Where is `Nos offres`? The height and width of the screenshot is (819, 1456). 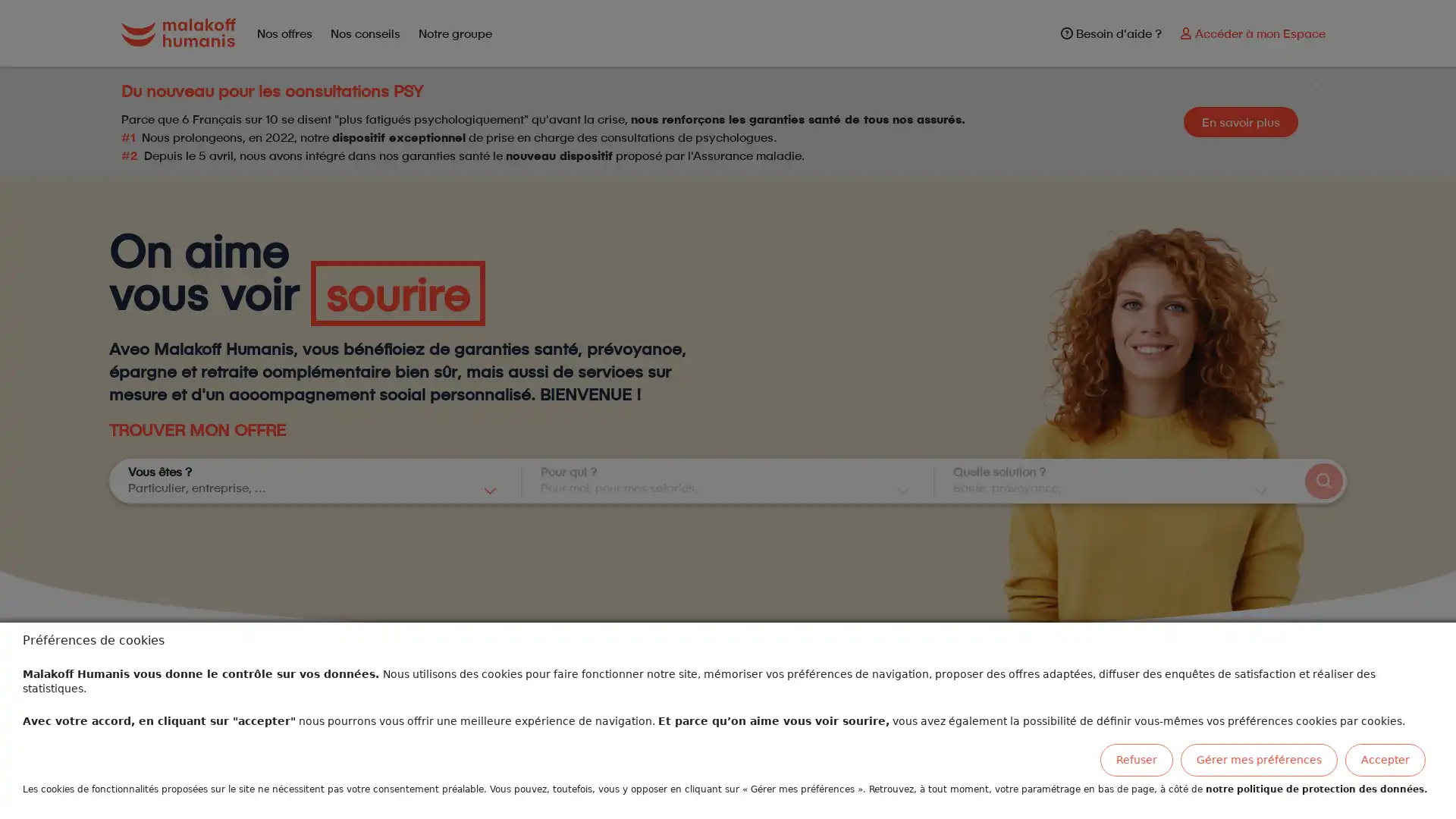
Nos offres is located at coordinates (284, 33).